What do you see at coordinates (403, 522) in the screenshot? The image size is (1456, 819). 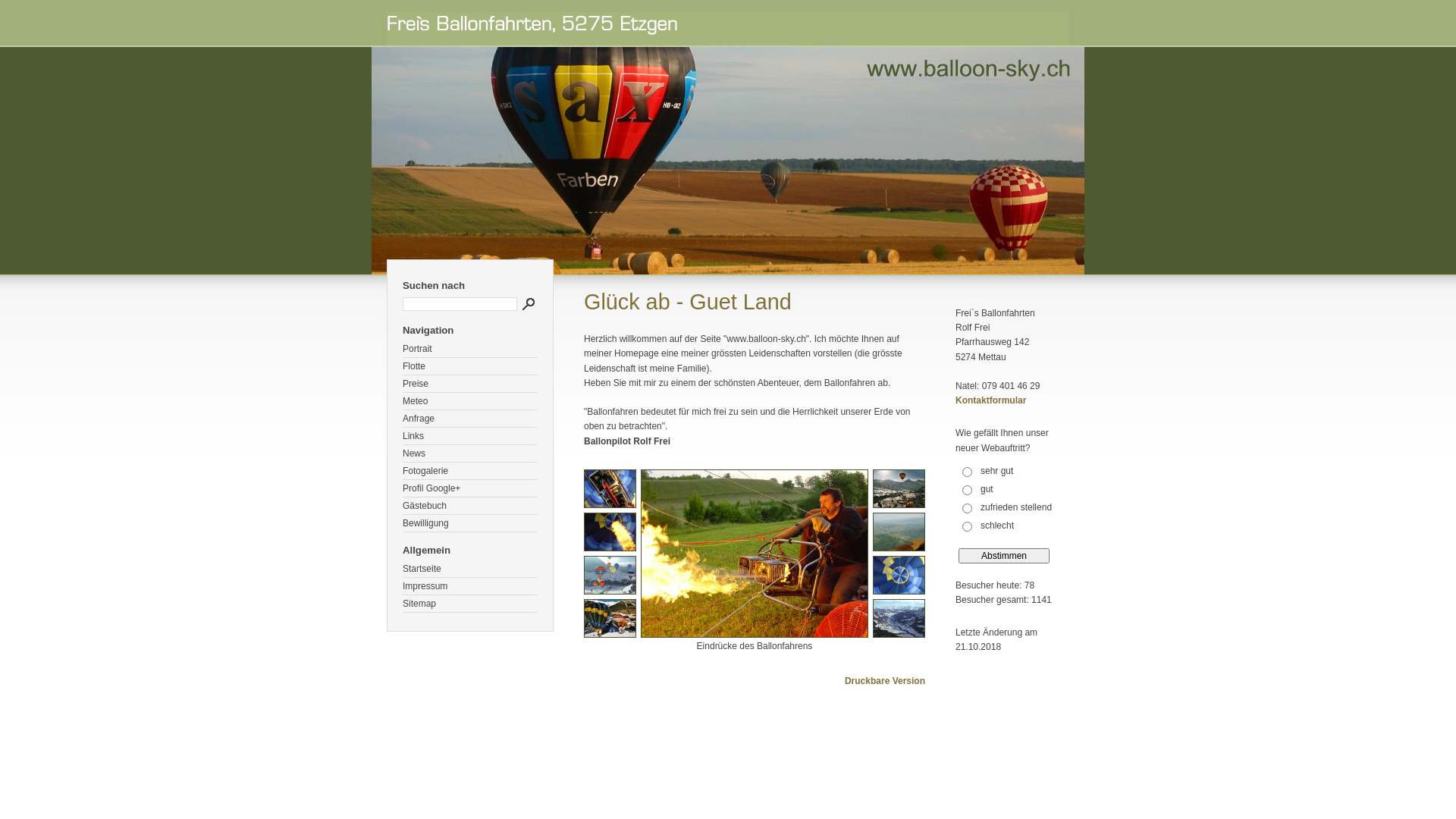 I see `'Bewilligung'` at bounding box center [403, 522].